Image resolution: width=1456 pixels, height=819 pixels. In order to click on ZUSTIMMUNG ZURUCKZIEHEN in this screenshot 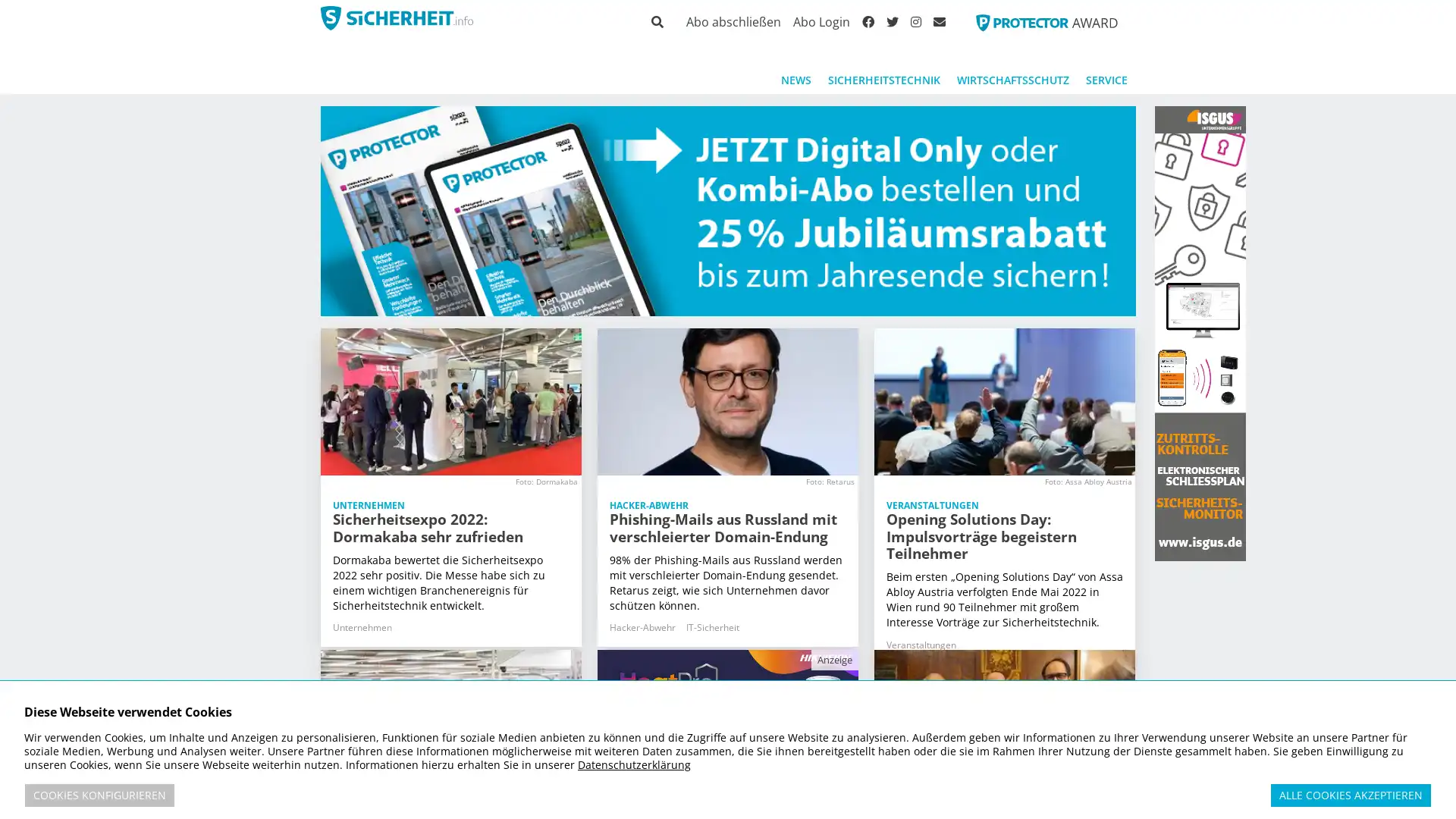, I will do `click(1440, 789)`.